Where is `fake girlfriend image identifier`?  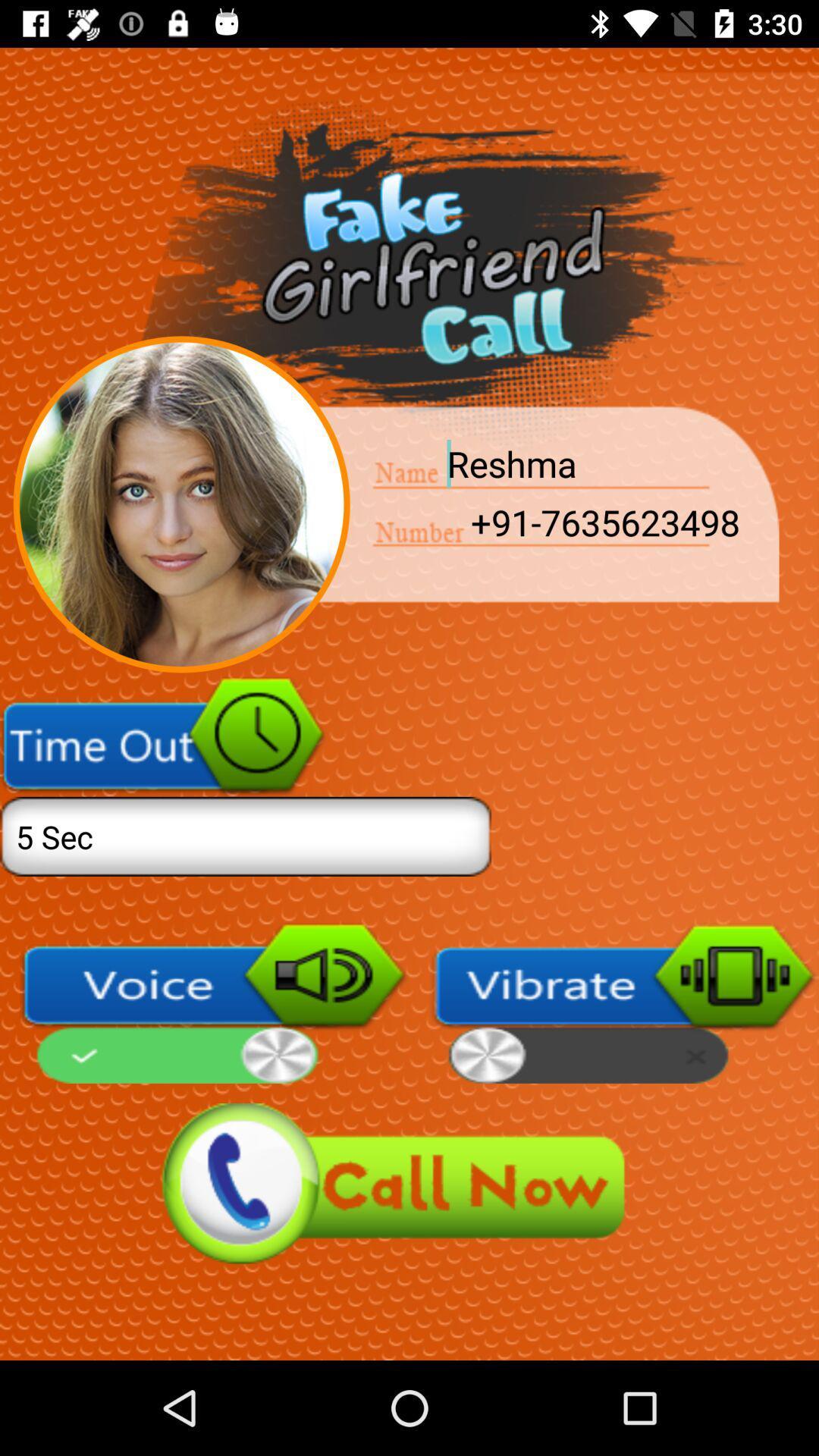
fake girlfriend image identifier is located at coordinates (180, 504).